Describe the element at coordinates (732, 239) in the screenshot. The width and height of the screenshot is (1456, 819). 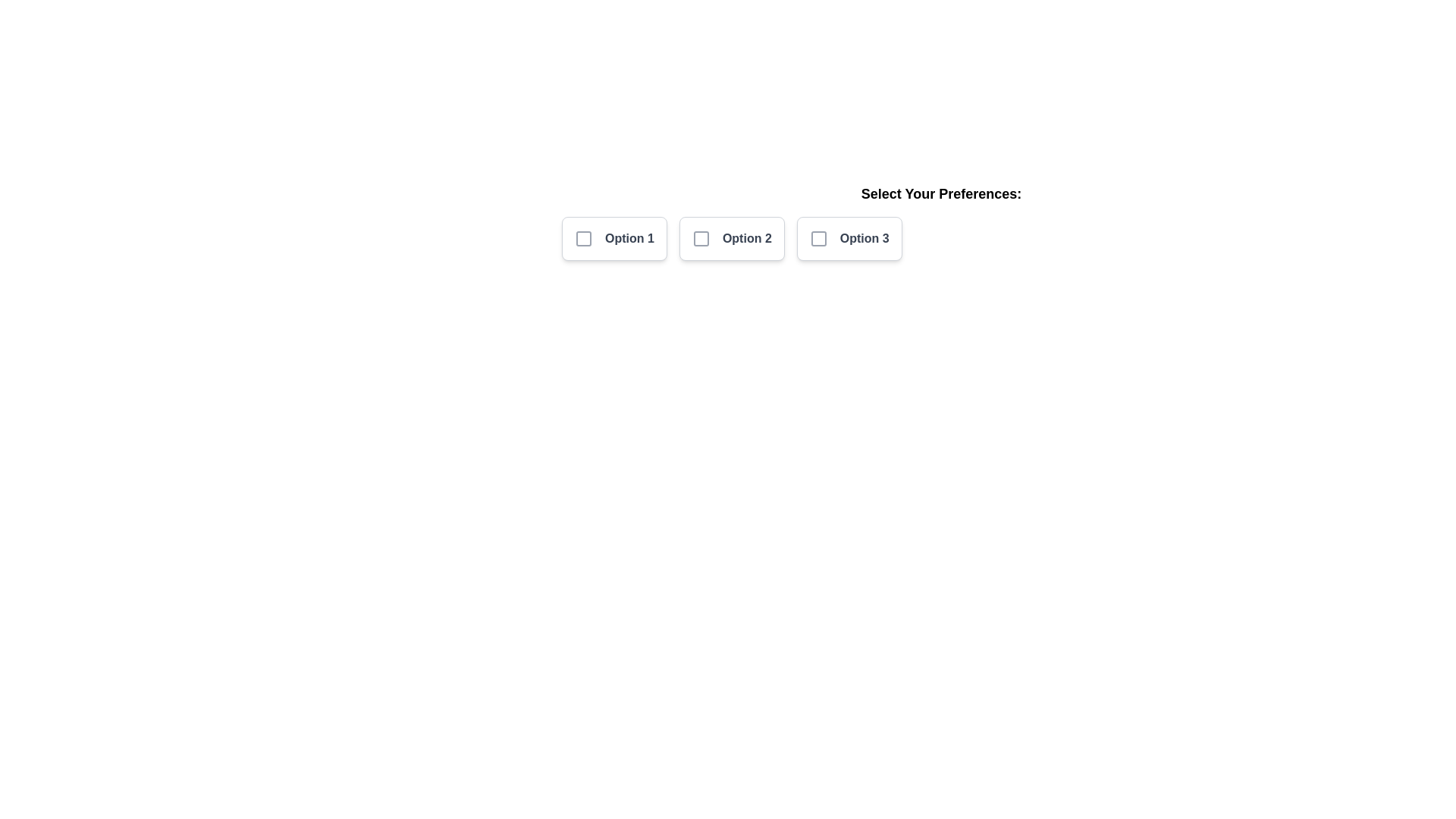
I see `the Checkbox labeled 'Option 2'` at that location.